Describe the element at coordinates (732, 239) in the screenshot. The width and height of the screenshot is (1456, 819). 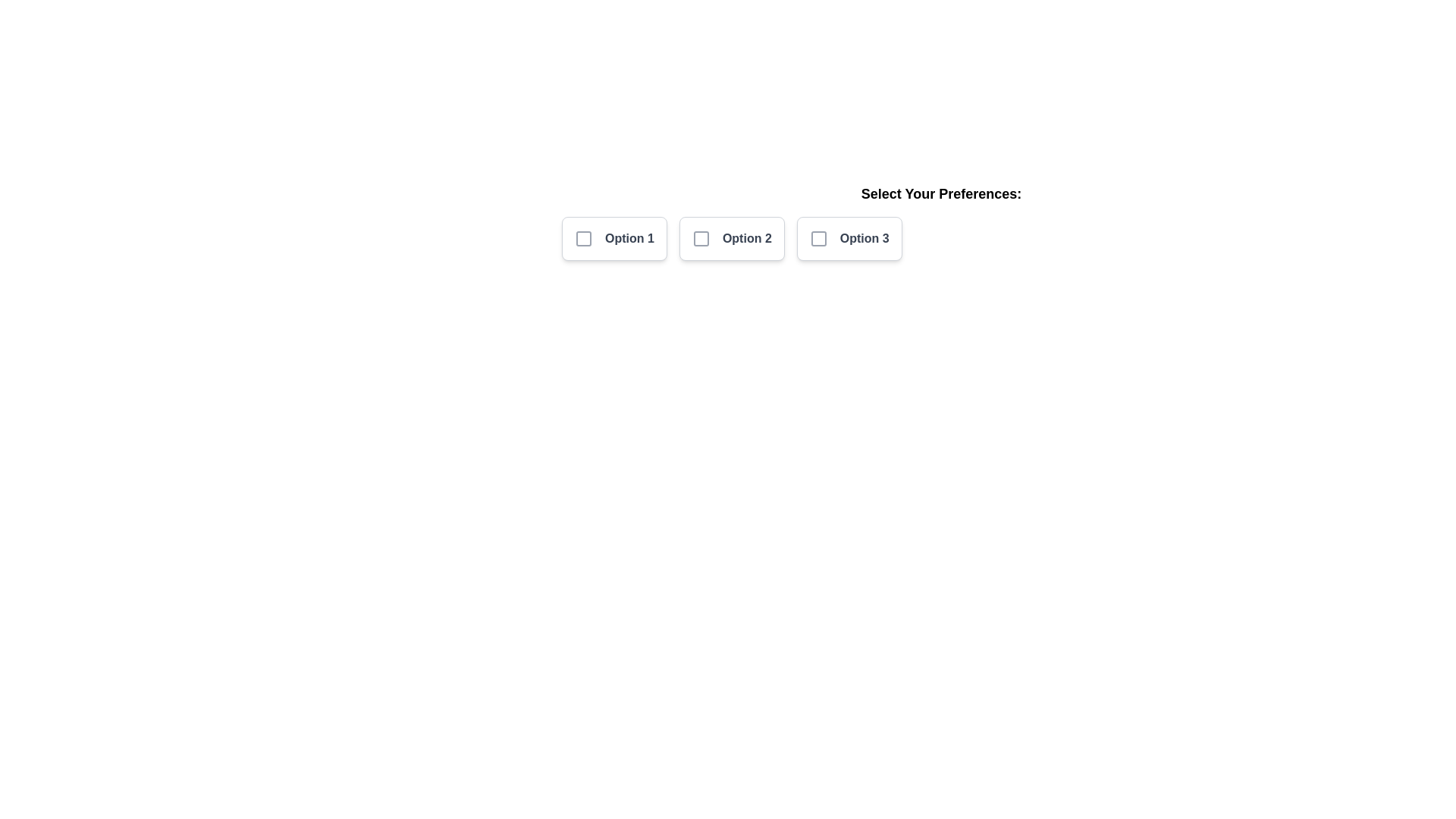
I see `the Checkbox labeled 'Option 2'` at that location.